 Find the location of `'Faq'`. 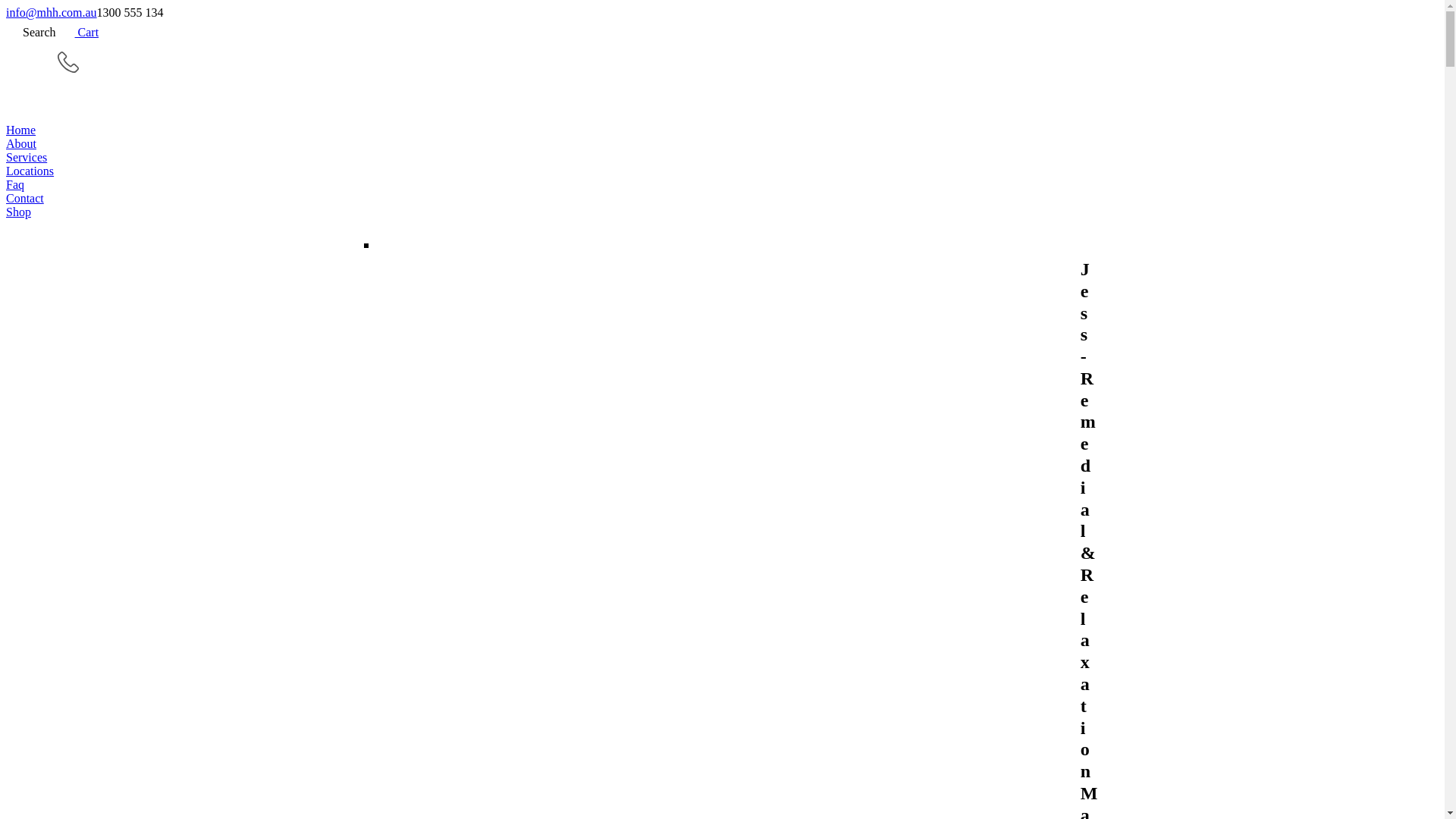

'Faq' is located at coordinates (6, 184).